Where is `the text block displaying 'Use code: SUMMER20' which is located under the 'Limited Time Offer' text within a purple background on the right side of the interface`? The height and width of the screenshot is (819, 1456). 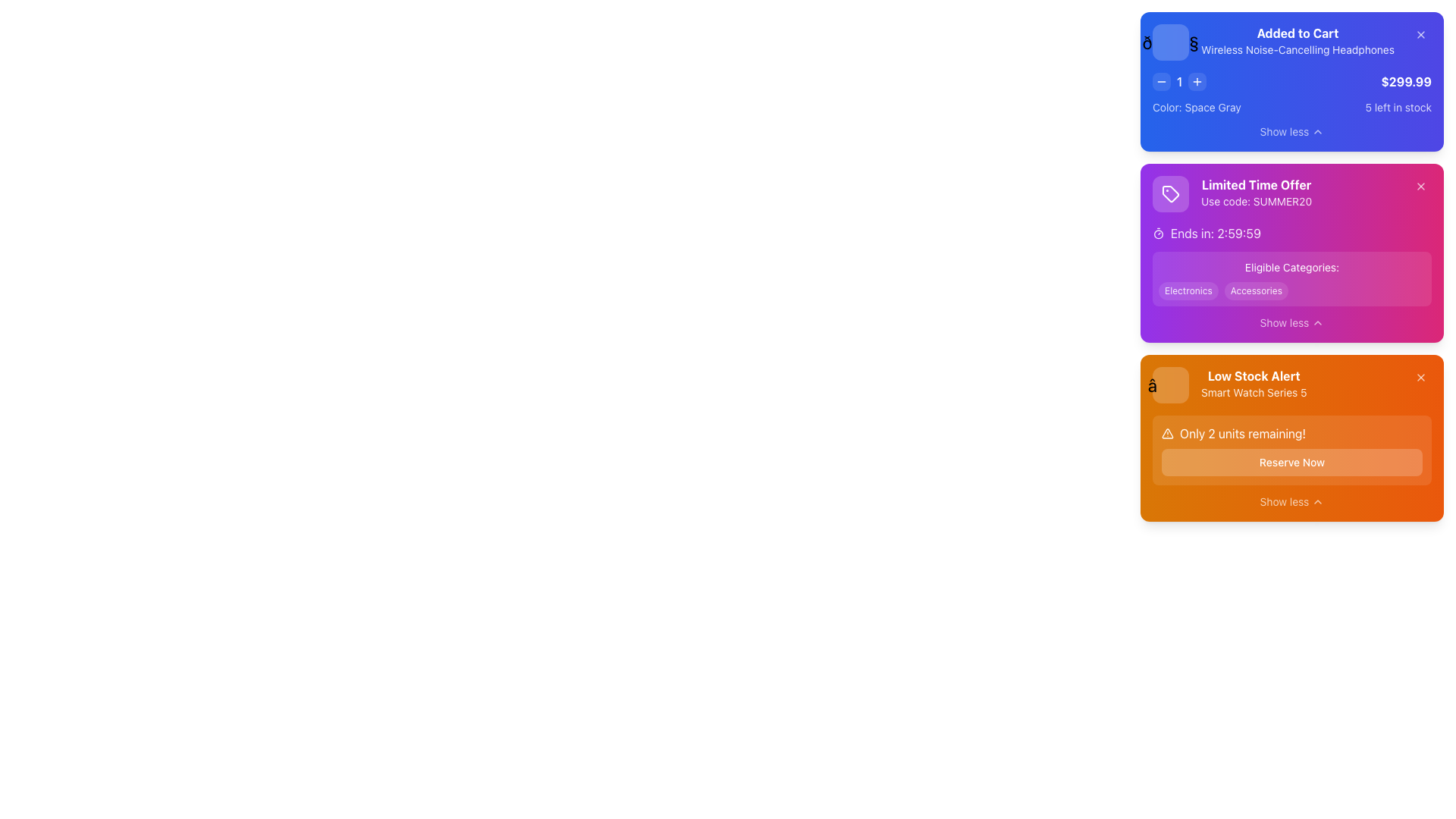 the text block displaying 'Use code: SUMMER20' which is located under the 'Limited Time Offer' text within a purple background on the right side of the interface is located at coordinates (1257, 201).